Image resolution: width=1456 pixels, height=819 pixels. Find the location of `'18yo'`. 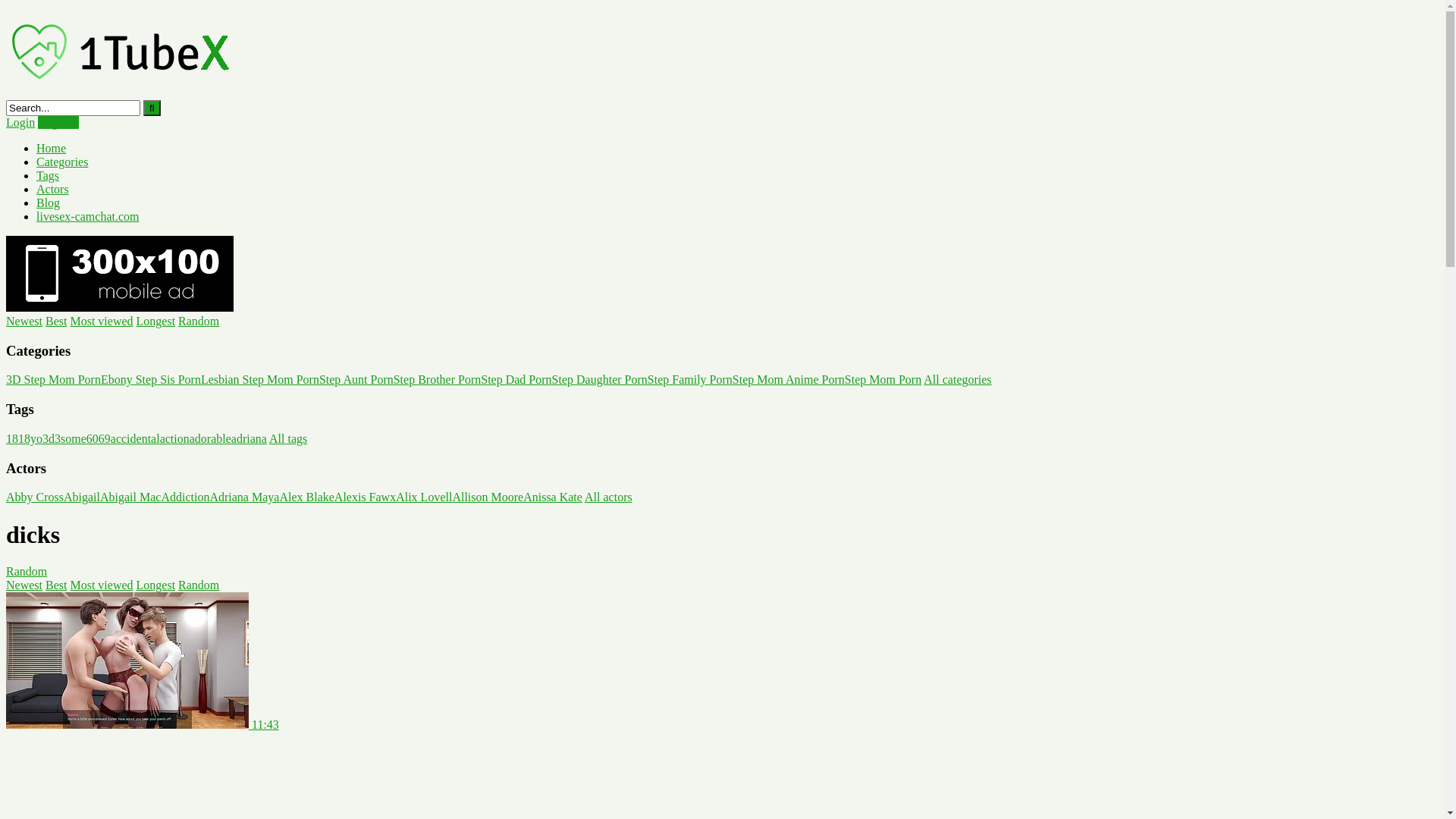

'18yo' is located at coordinates (30, 438).